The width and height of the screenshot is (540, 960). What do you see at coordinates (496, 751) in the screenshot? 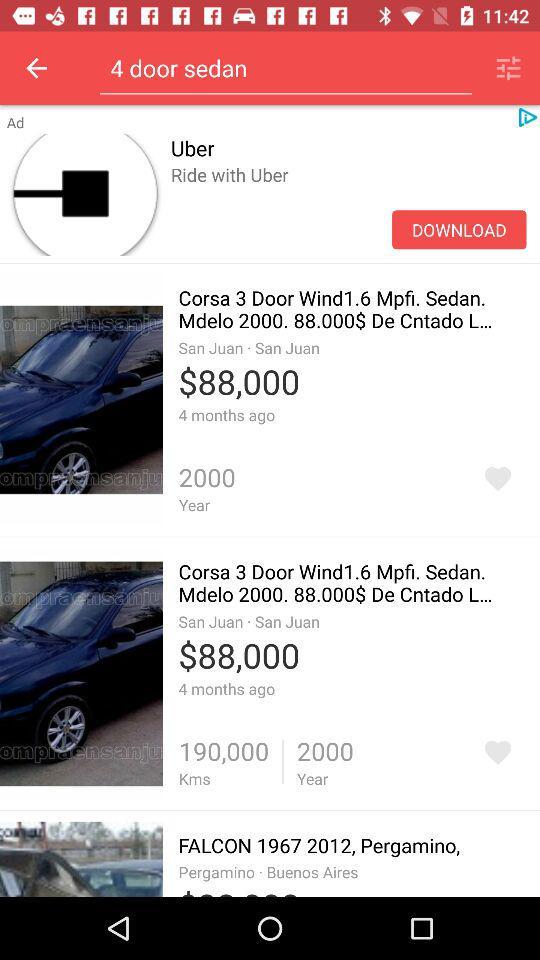
I see `favorite` at bounding box center [496, 751].